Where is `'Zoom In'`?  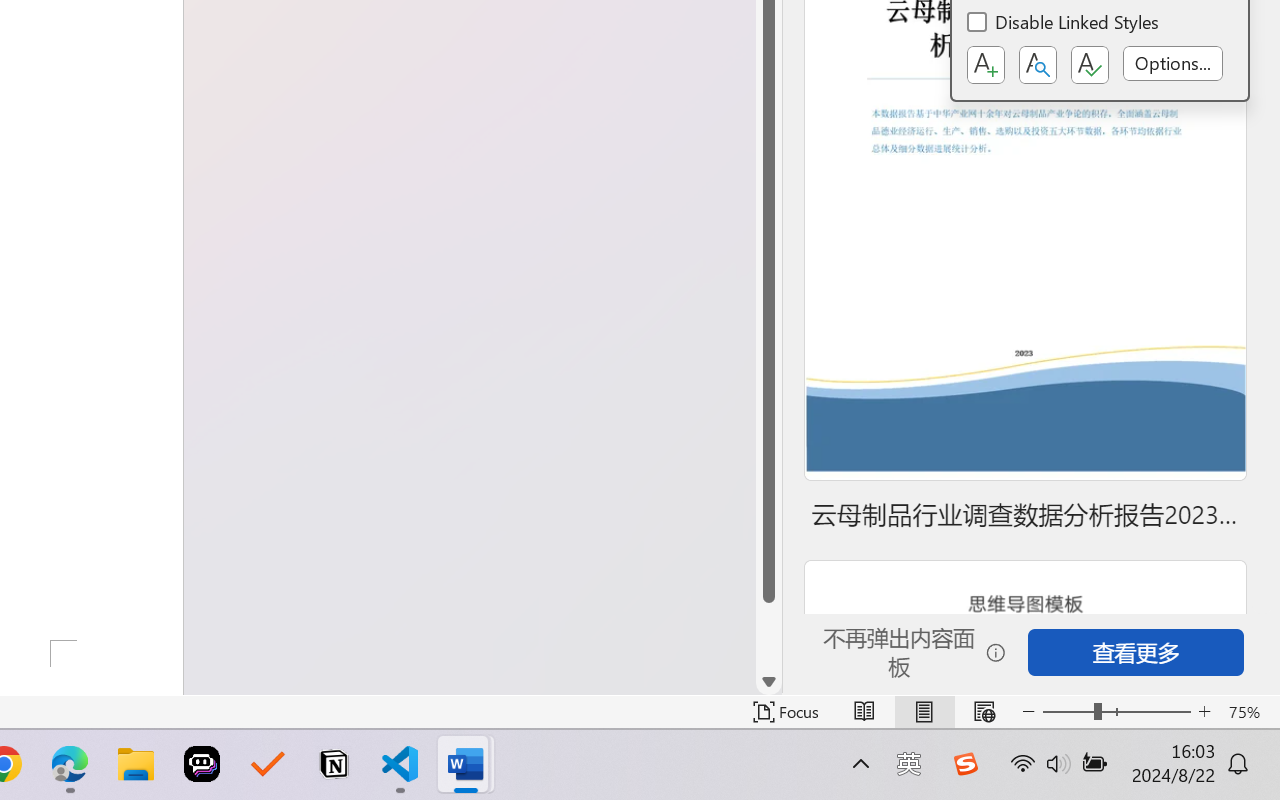 'Zoom In' is located at coordinates (1204, 711).